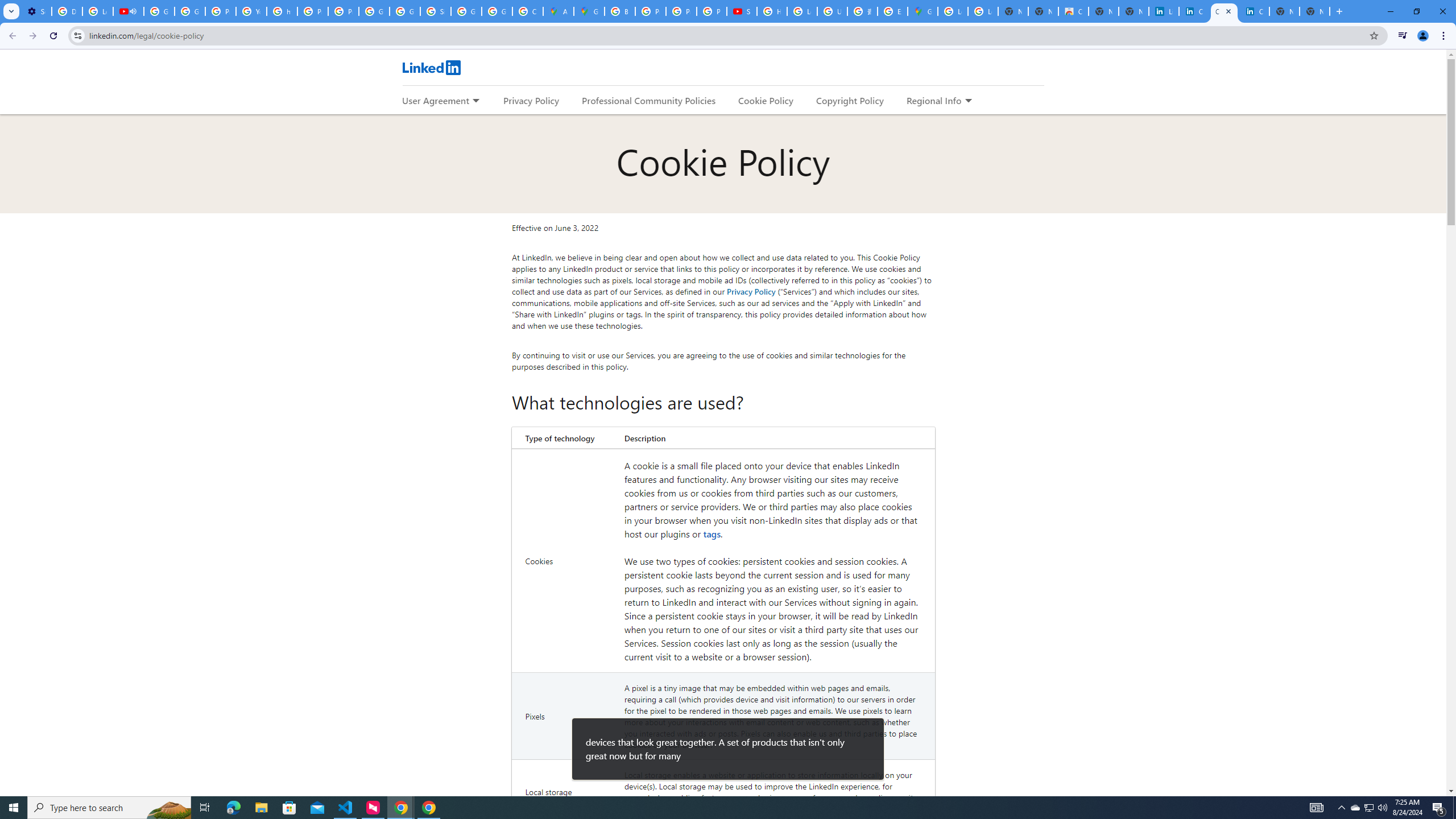  What do you see at coordinates (725, 35) in the screenshot?
I see `'Address and search bar'` at bounding box center [725, 35].